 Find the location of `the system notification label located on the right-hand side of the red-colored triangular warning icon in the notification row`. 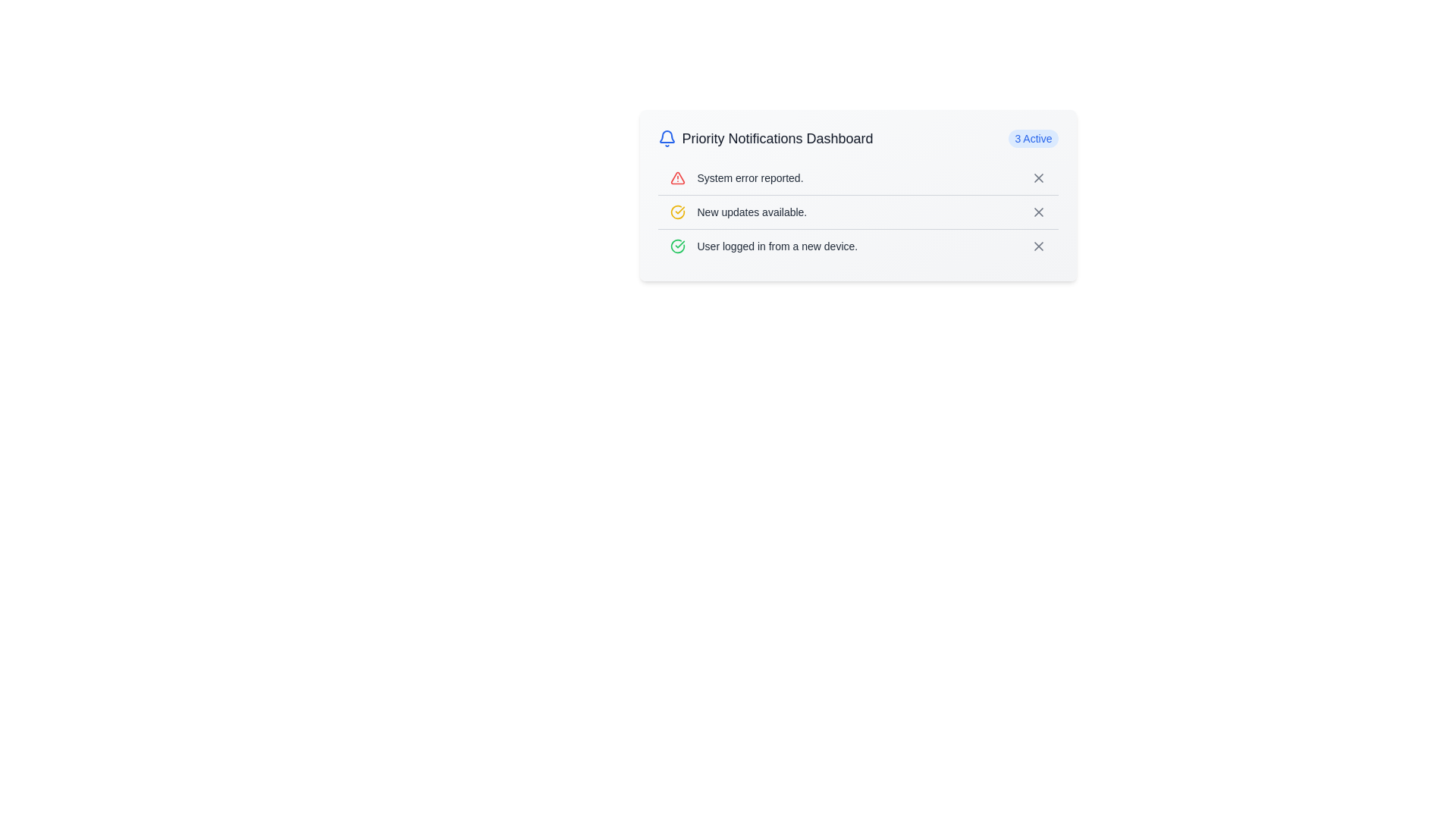

the system notification label located on the right-hand side of the red-colored triangular warning icon in the notification row is located at coordinates (750, 177).